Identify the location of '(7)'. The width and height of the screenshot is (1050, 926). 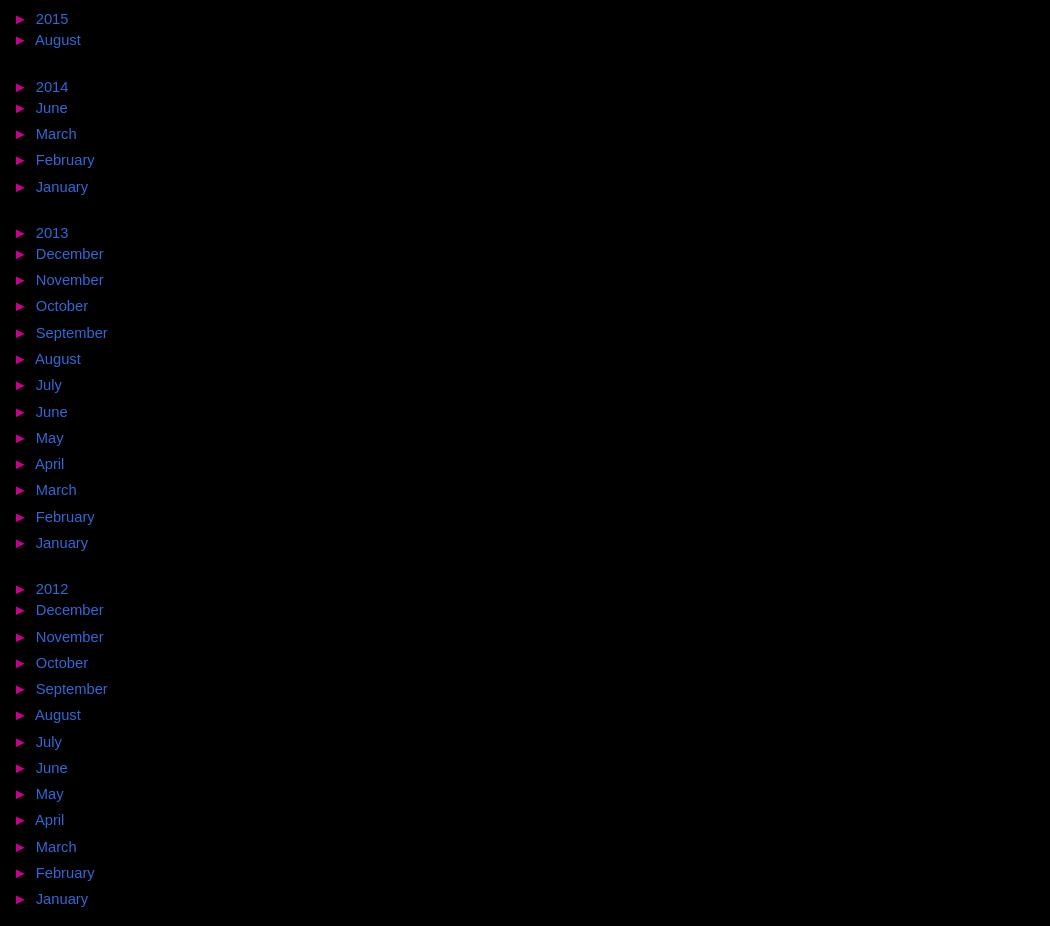
(93, 357).